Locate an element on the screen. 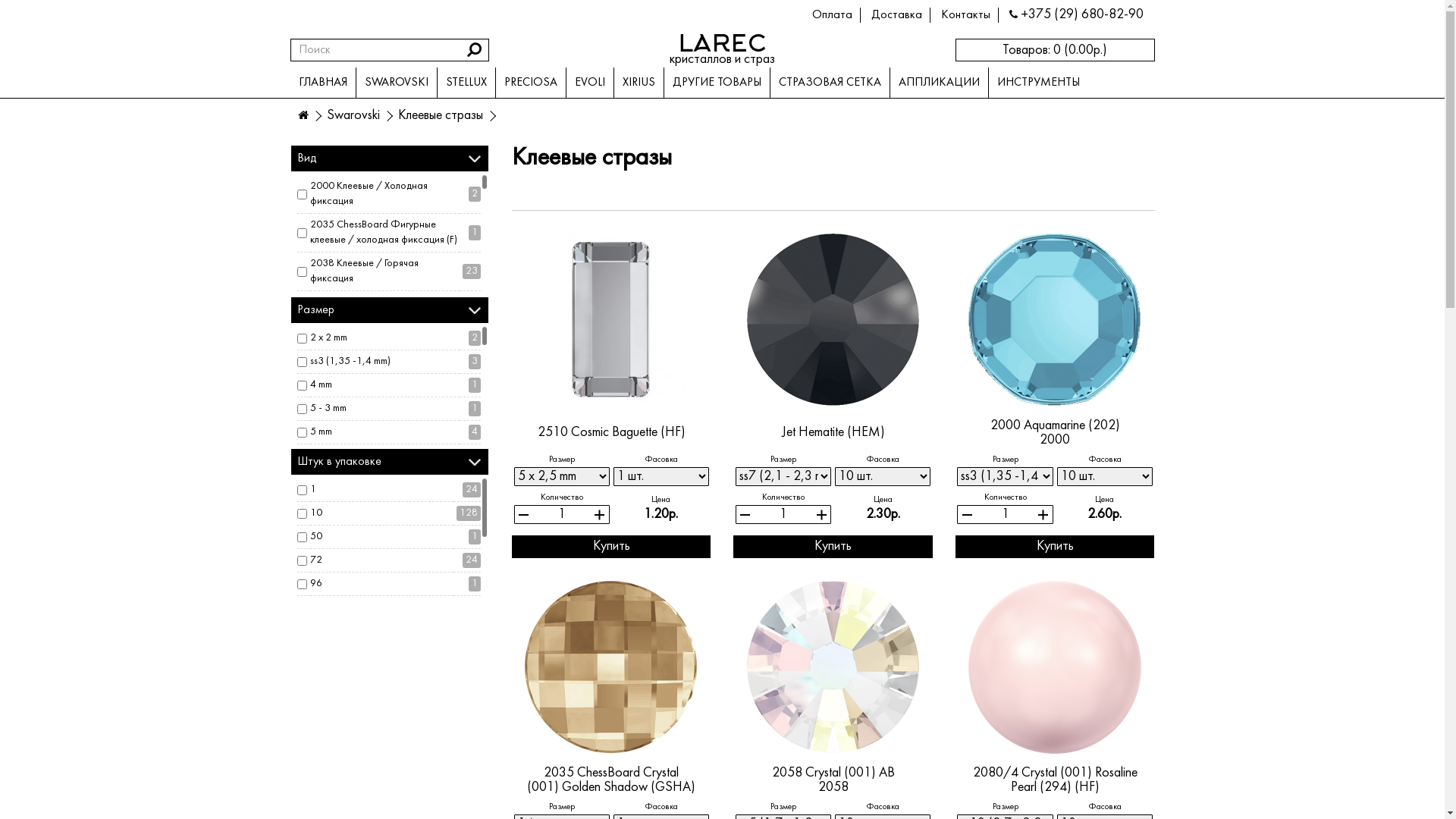  '2510 Cosmic Baguette (HF)' is located at coordinates (538, 432).